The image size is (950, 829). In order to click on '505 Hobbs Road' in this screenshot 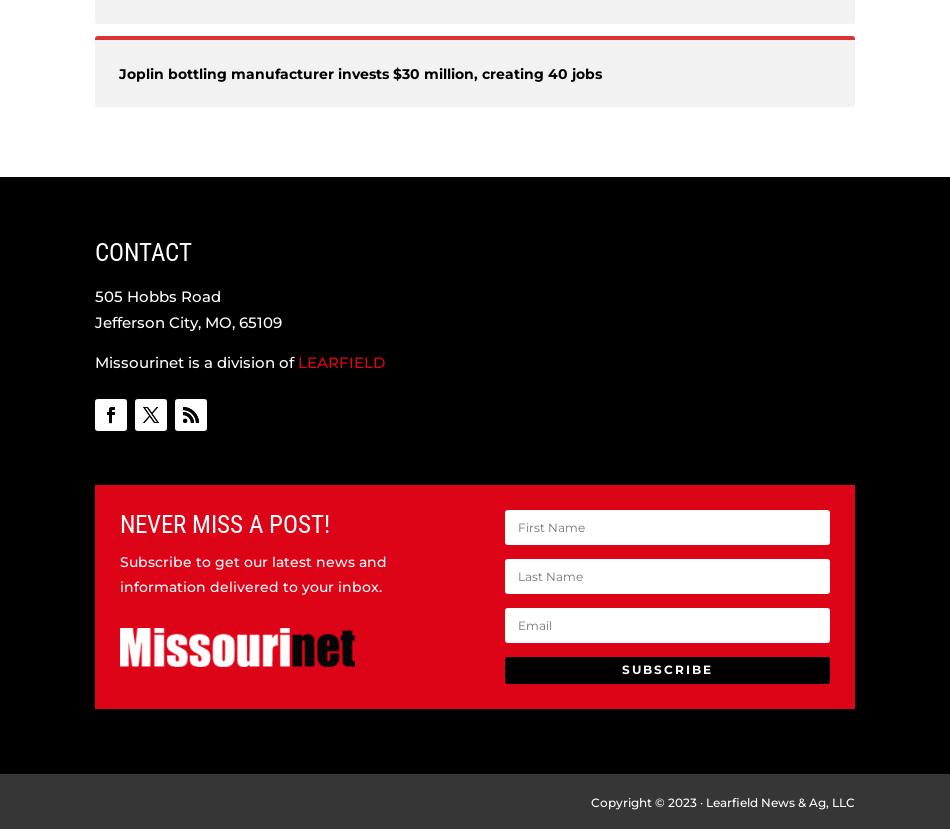, I will do `click(157, 295)`.